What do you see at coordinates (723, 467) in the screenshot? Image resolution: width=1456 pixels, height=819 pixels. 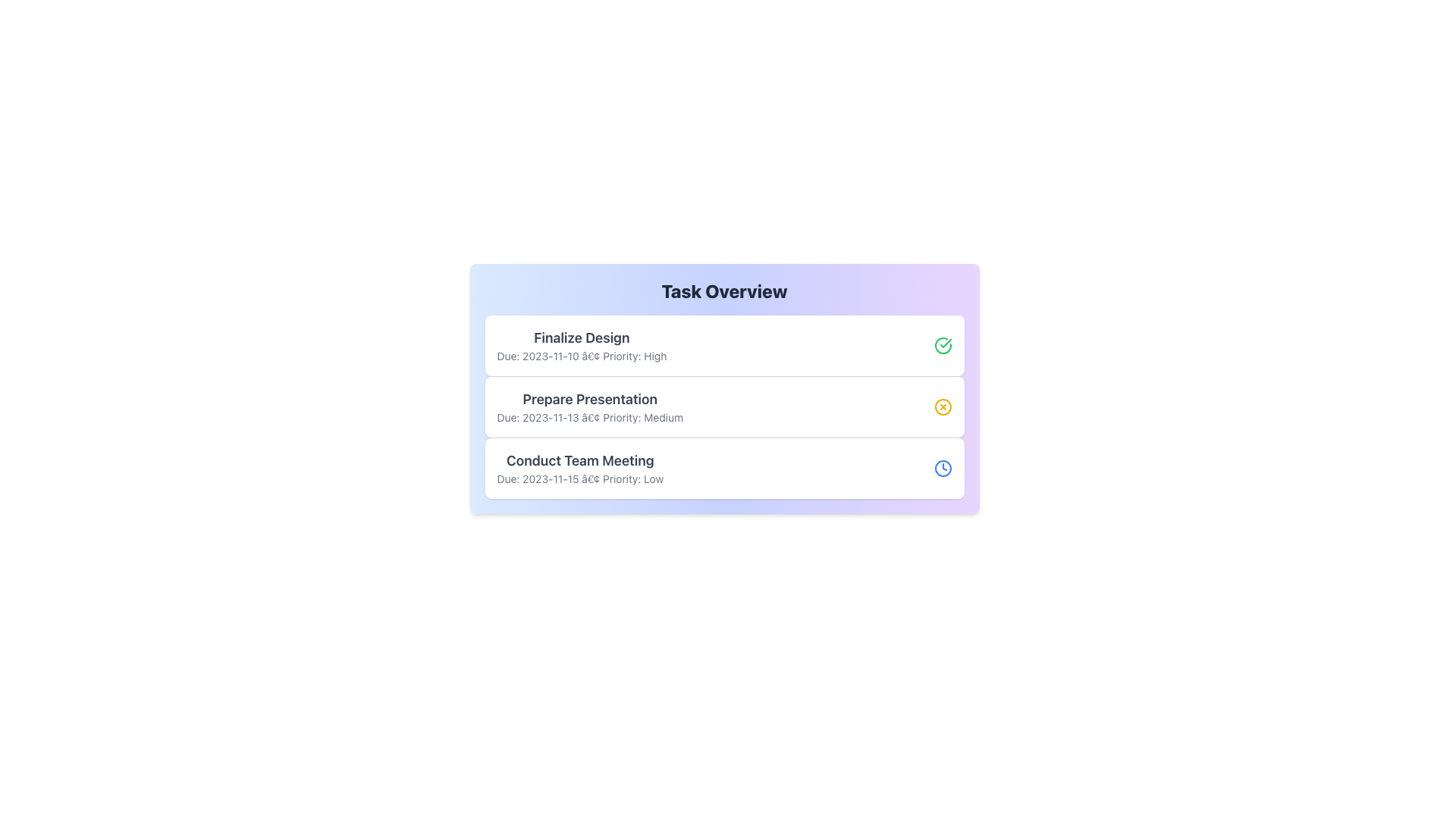 I see `task details displayed in the third item of the 'Task Overview' list, which includes the task title, deadline, and priority level` at bounding box center [723, 467].